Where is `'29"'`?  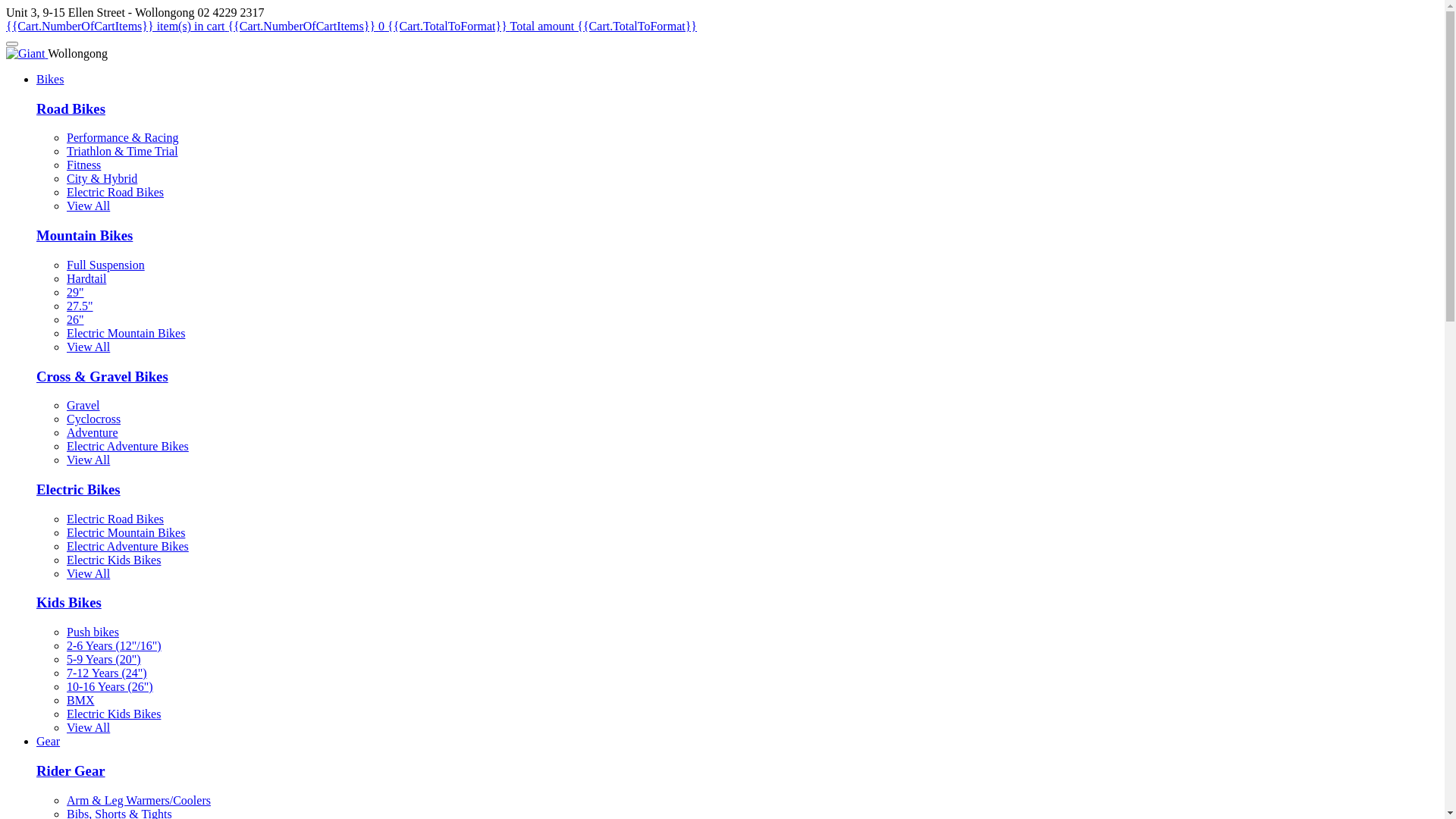 '29"' is located at coordinates (74, 292).